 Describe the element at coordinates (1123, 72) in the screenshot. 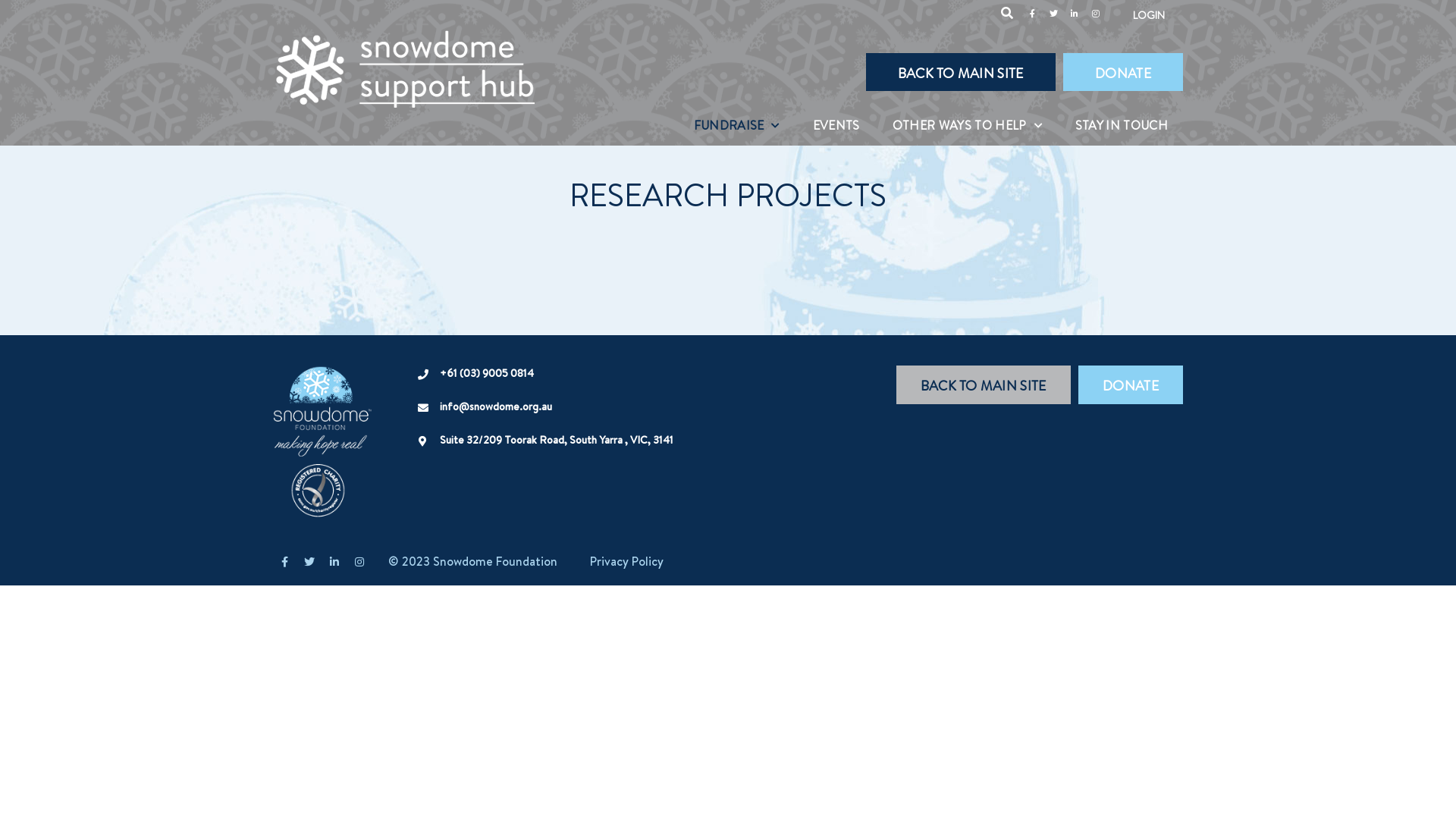

I see `'DONATE'` at that location.